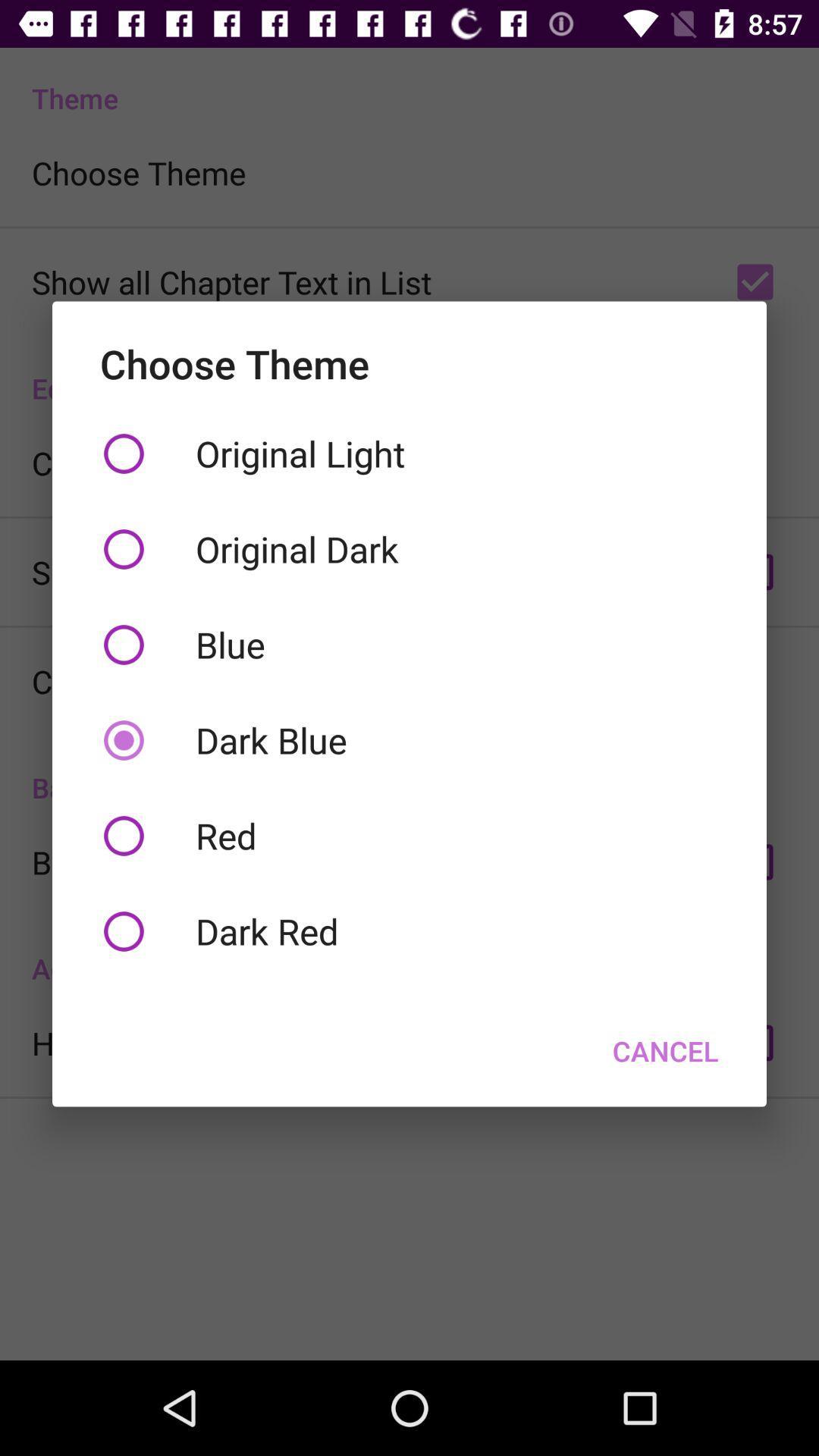 This screenshot has height=1456, width=819. Describe the element at coordinates (664, 1050) in the screenshot. I see `the item below the dark red checkbox` at that location.